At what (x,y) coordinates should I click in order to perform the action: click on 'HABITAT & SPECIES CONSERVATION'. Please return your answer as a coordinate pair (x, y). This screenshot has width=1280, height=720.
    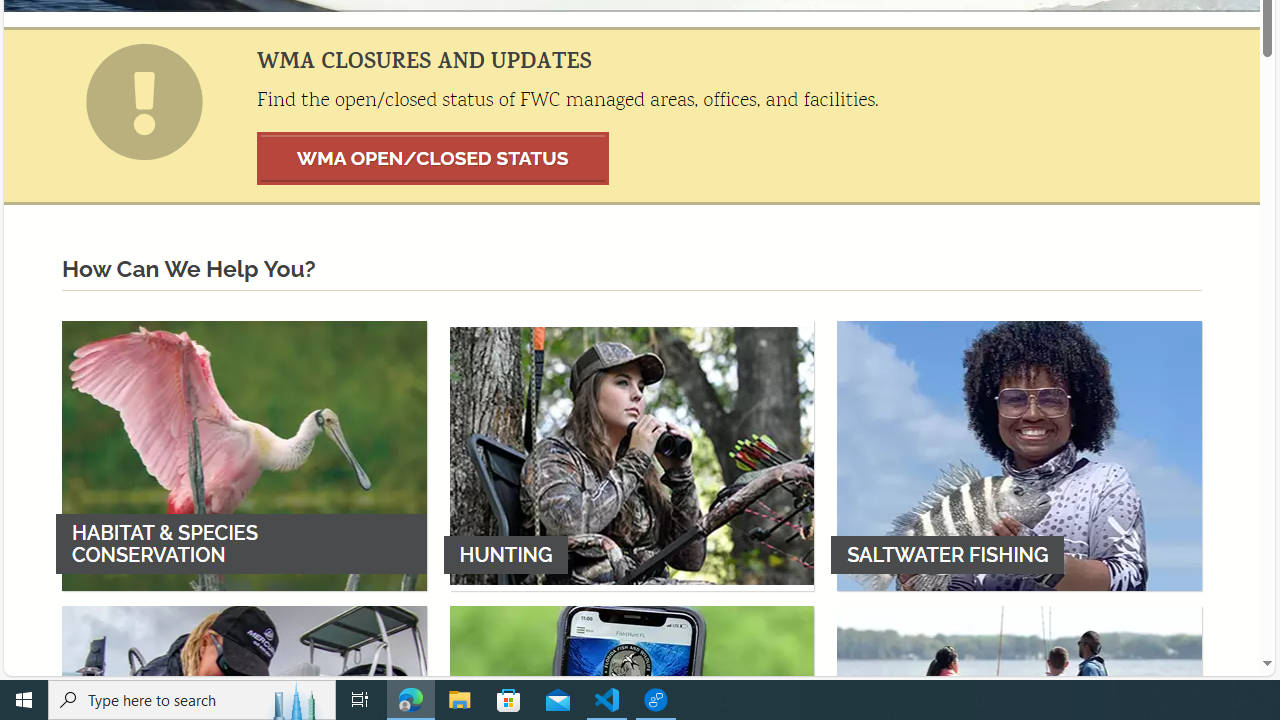
    Looking at the image, I should click on (243, 455).